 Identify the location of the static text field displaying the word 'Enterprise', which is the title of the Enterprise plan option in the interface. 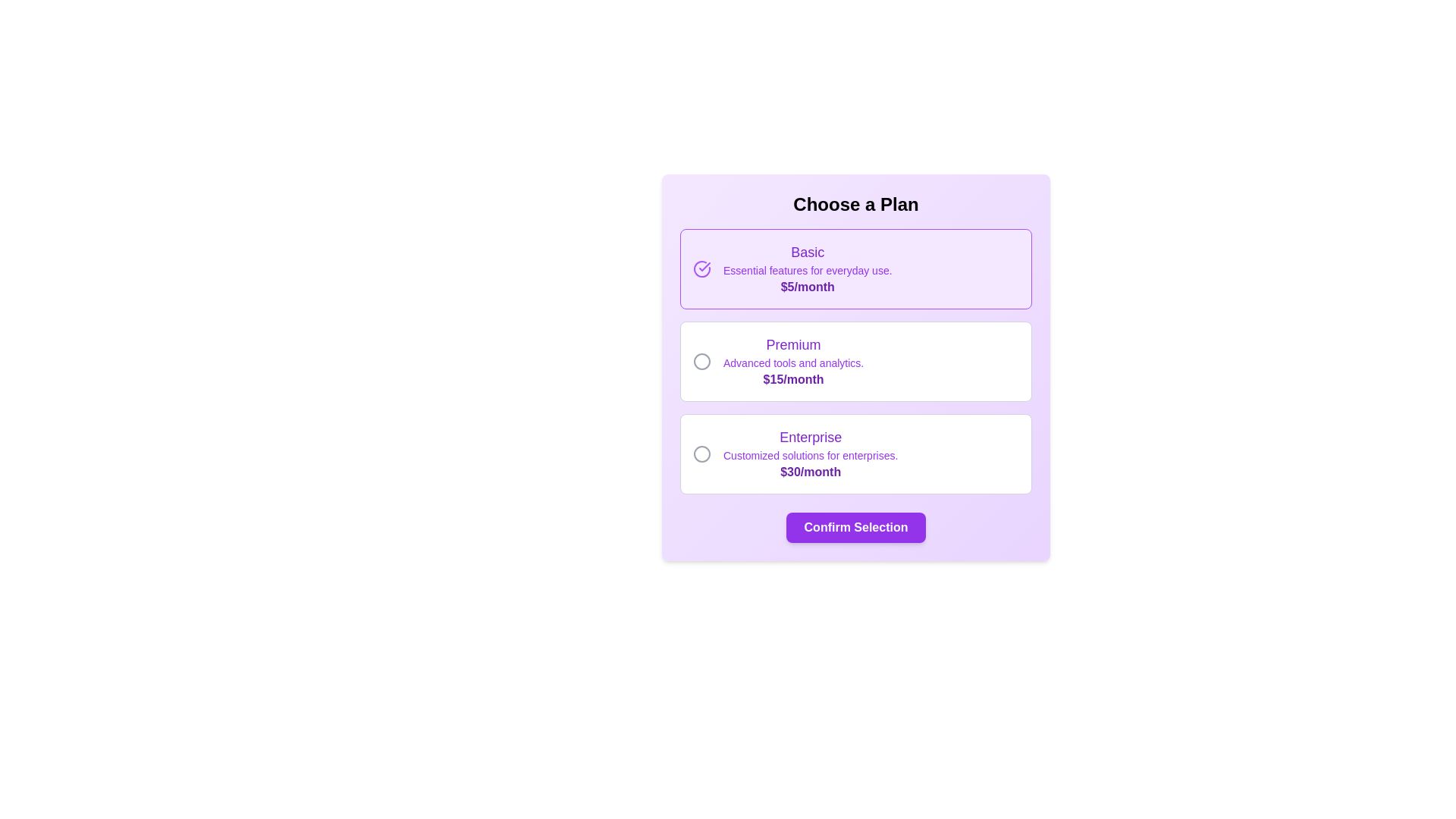
(810, 438).